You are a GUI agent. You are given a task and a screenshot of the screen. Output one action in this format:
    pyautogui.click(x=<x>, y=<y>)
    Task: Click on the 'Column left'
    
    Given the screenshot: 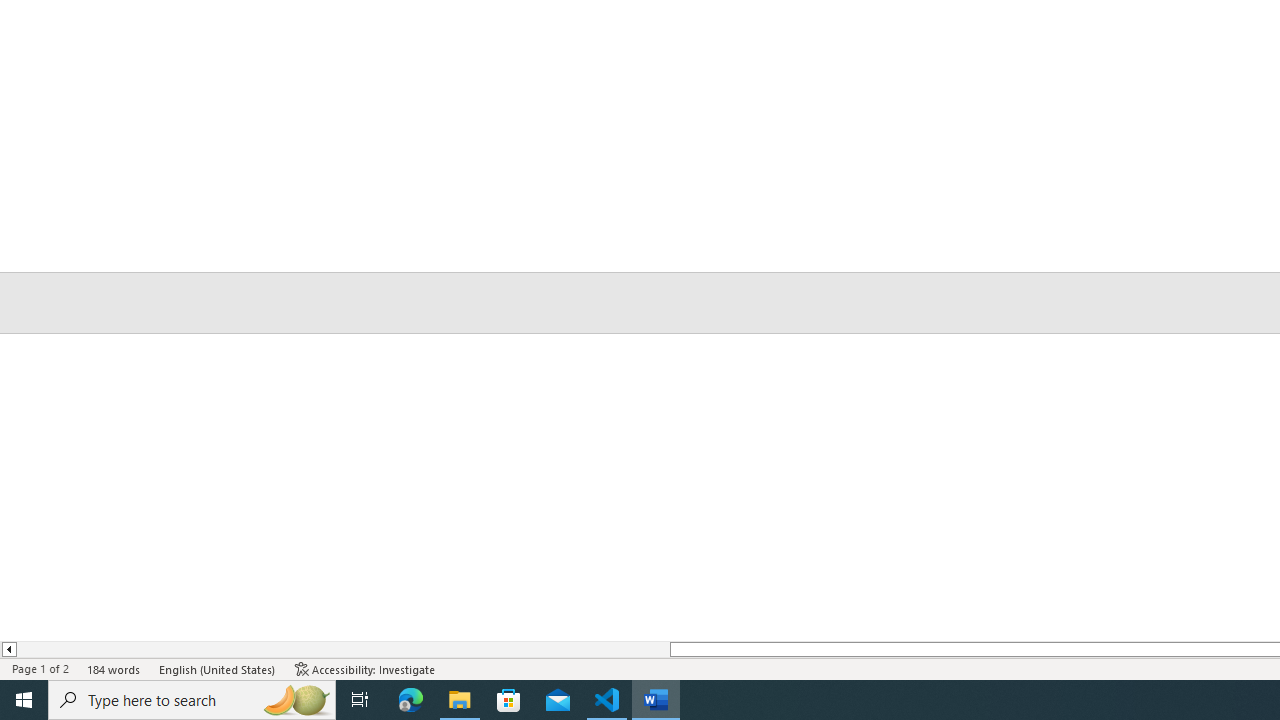 What is the action you would take?
    pyautogui.click(x=8, y=649)
    